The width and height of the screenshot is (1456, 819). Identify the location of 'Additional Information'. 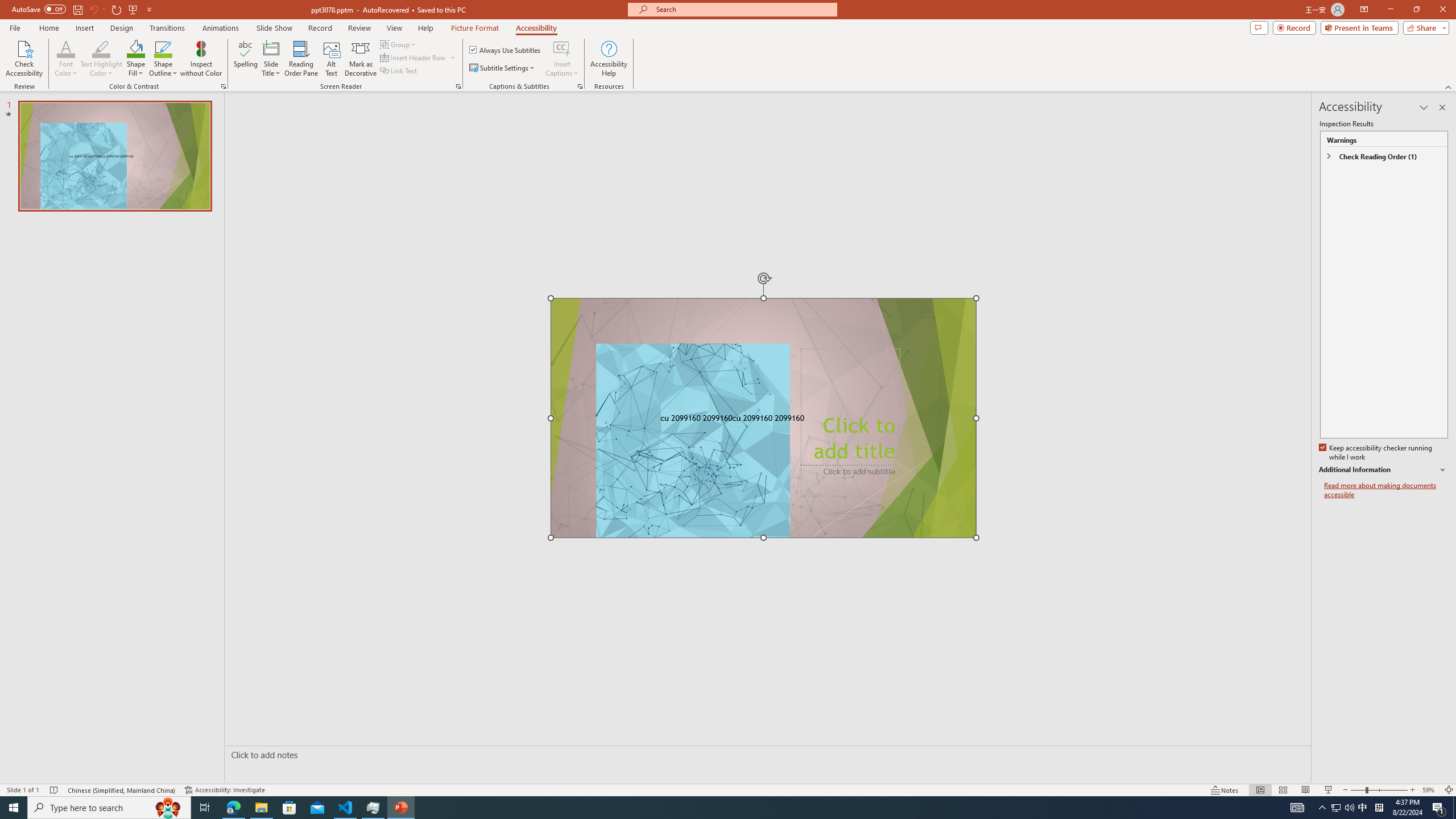
(1384, 470).